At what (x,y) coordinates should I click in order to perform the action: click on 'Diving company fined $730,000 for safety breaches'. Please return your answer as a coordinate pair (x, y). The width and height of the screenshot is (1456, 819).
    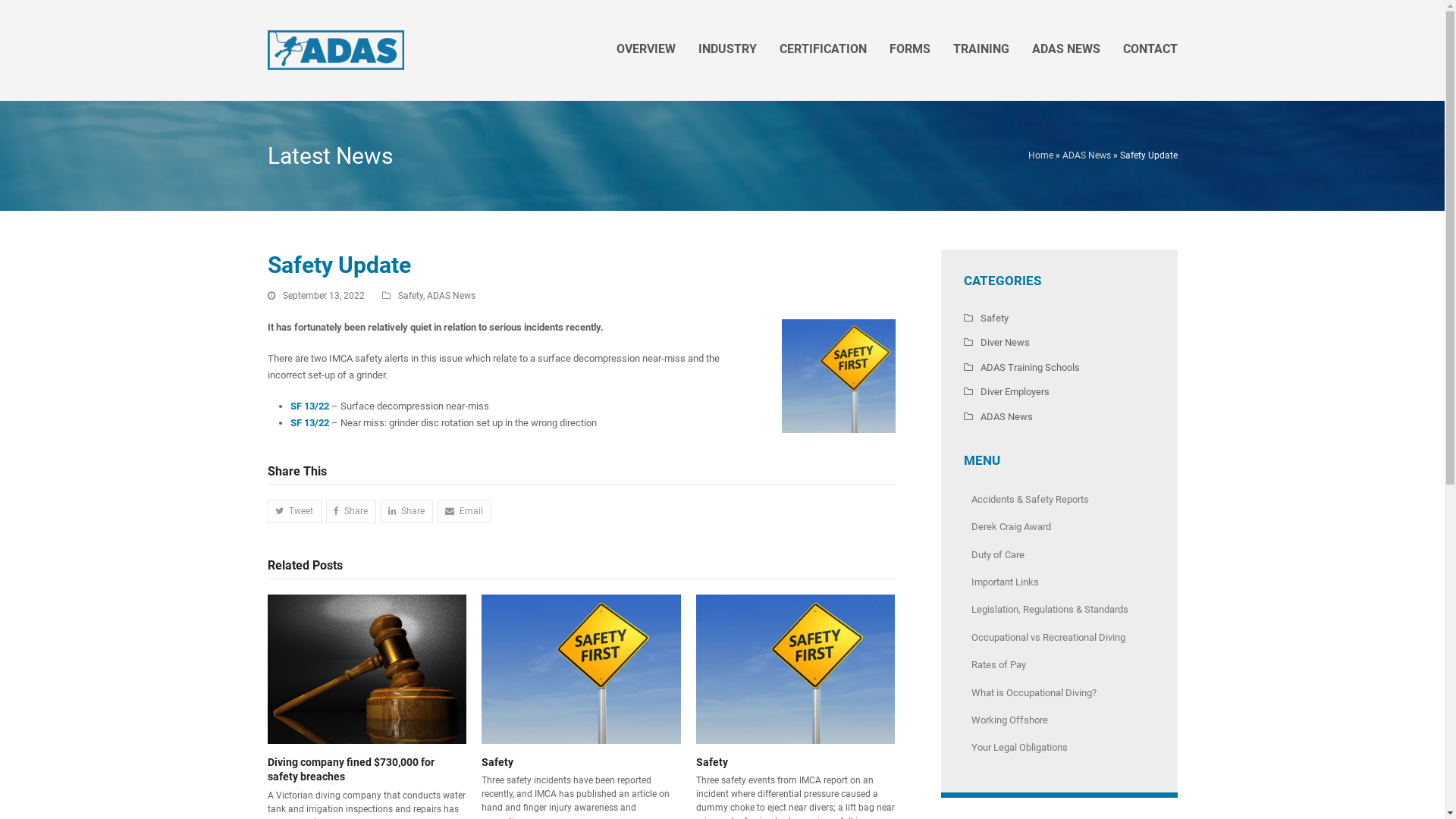
    Looking at the image, I should click on (349, 769).